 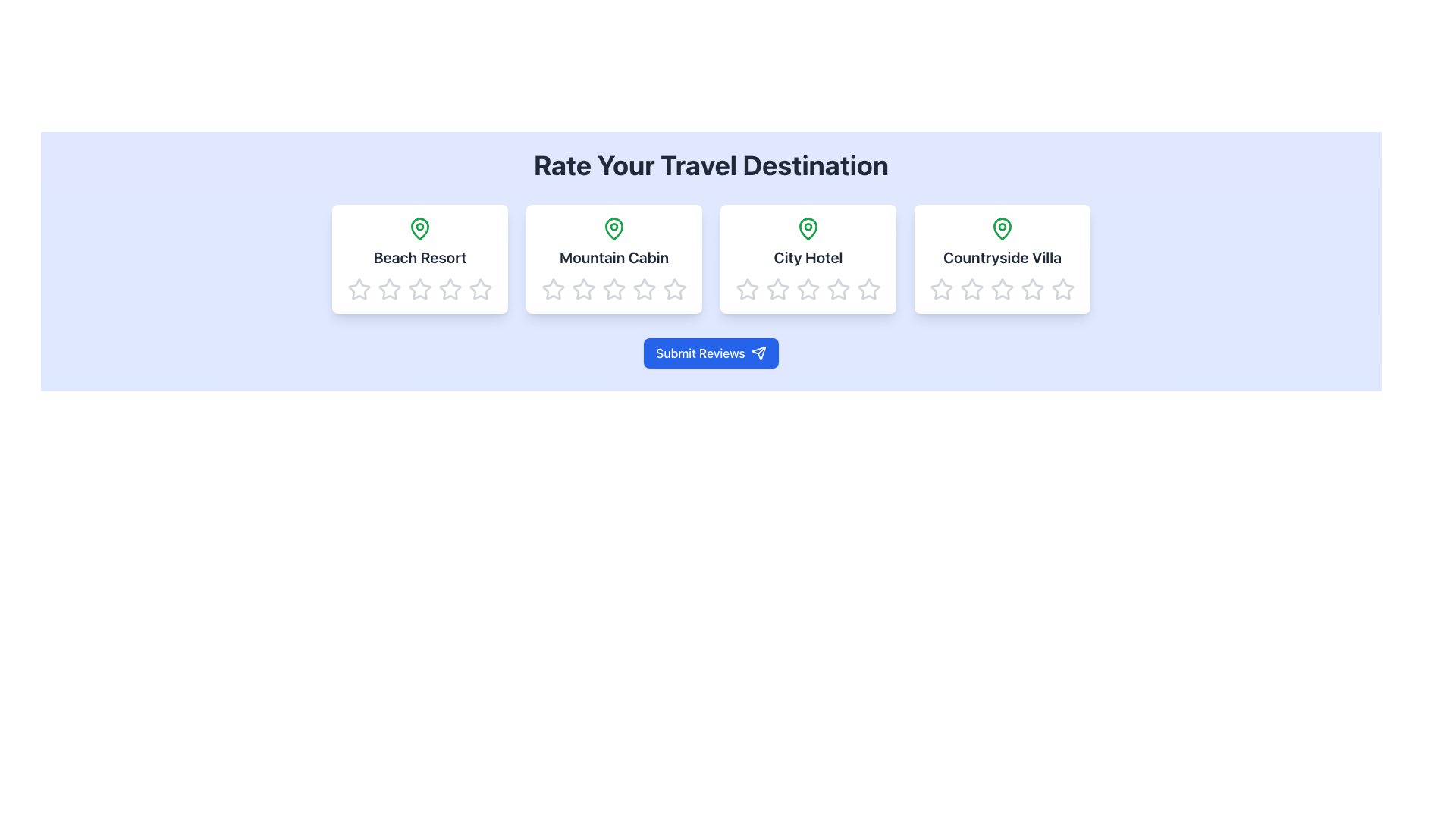 What do you see at coordinates (1032, 289) in the screenshot?
I see `the fourth star-shaped rating icon for the 'Countryside Villa' section` at bounding box center [1032, 289].